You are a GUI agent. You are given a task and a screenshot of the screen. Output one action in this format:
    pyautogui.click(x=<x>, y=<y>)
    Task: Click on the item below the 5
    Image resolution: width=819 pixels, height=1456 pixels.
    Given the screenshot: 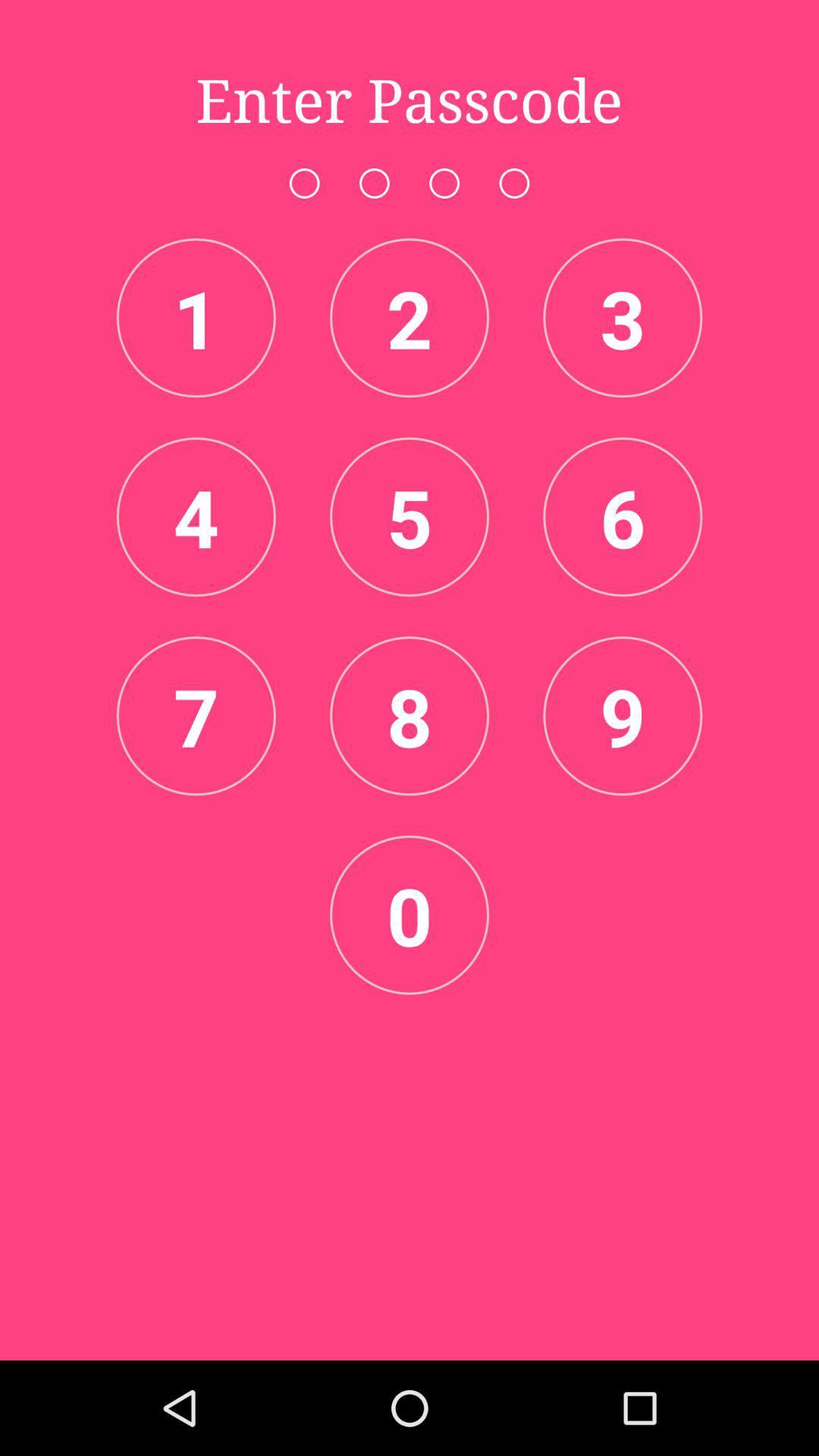 What is the action you would take?
    pyautogui.click(x=409, y=715)
    